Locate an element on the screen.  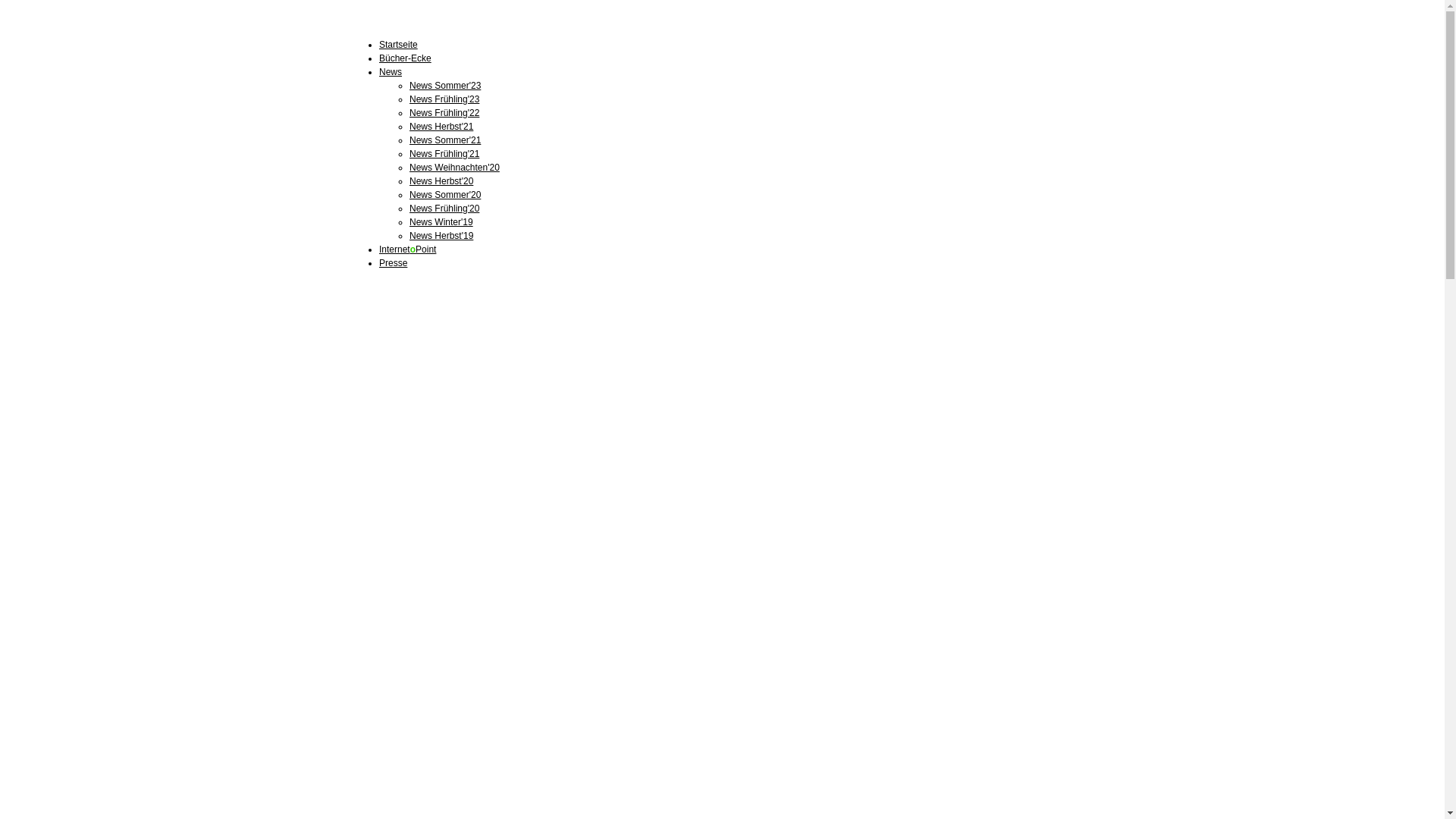
'News Herbst'21' is located at coordinates (440, 125).